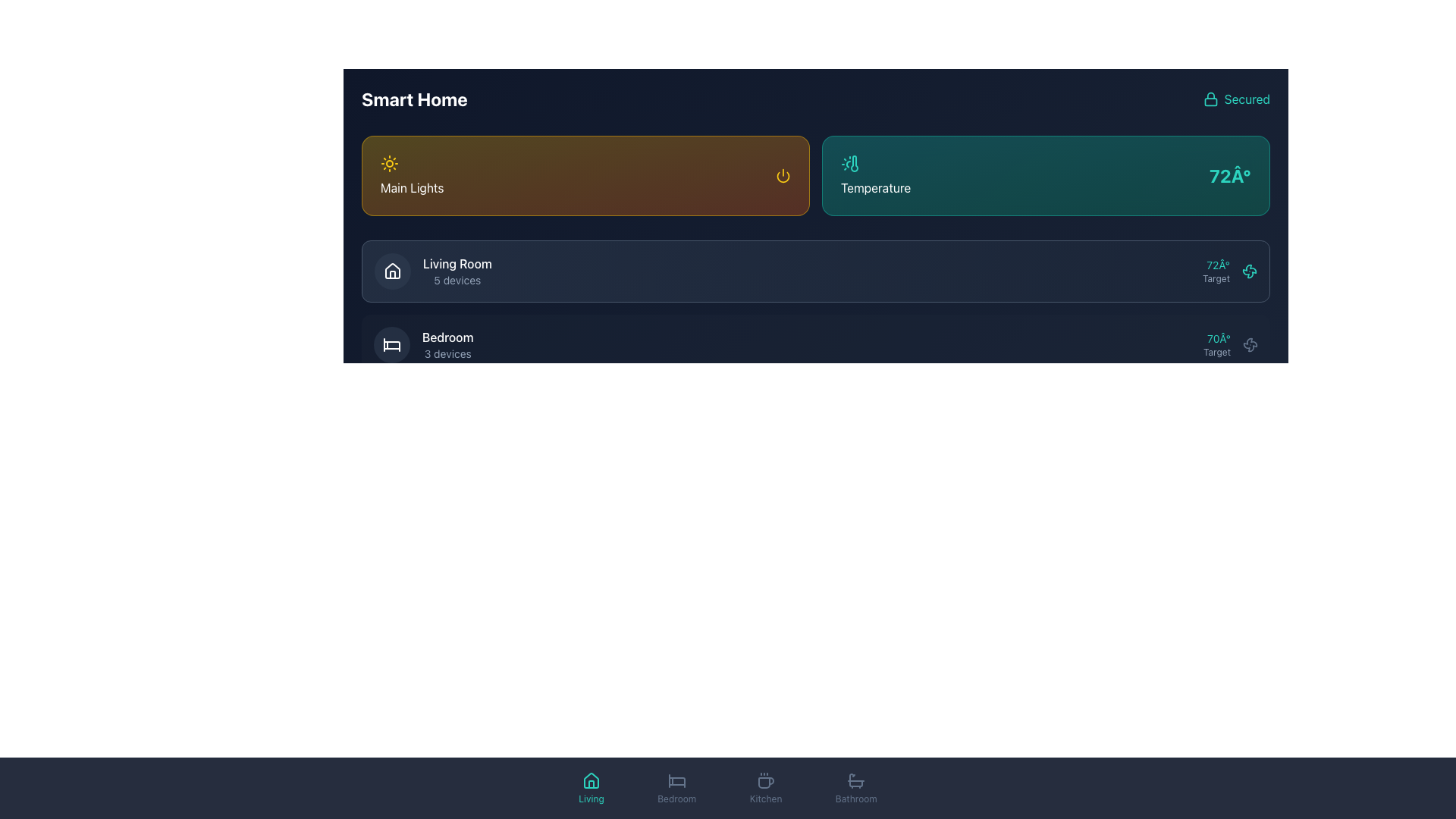  What do you see at coordinates (1217, 345) in the screenshot?
I see `the Text Label displaying '70Â°' in teal and 'Target' in grey, located in the lower-right corner of the 'Bedroom' temperature settings widget` at bounding box center [1217, 345].